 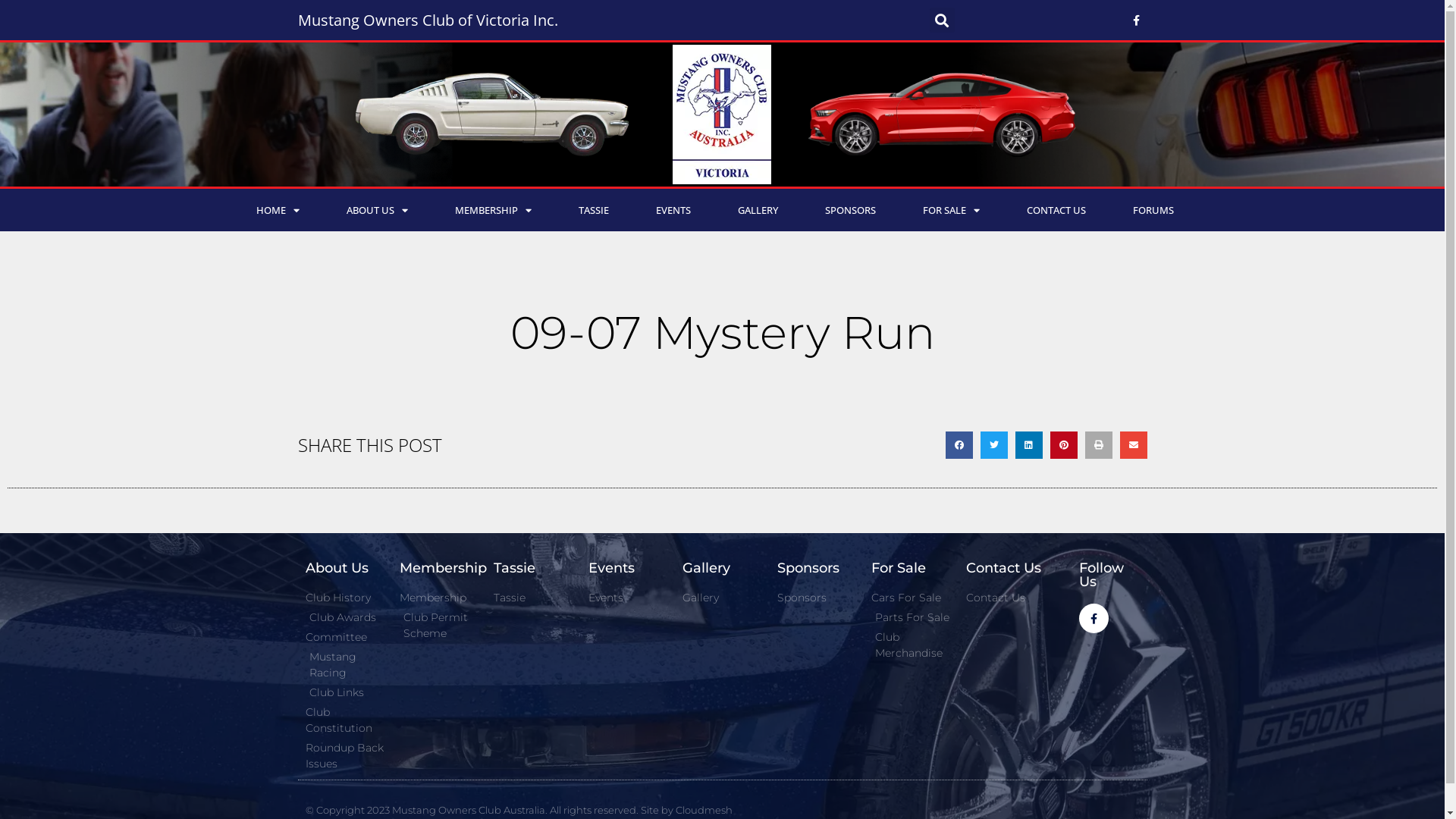 What do you see at coordinates (304, 664) in the screenshot?
I see `'Mustang Racing'` at bounding box center [304, 664].